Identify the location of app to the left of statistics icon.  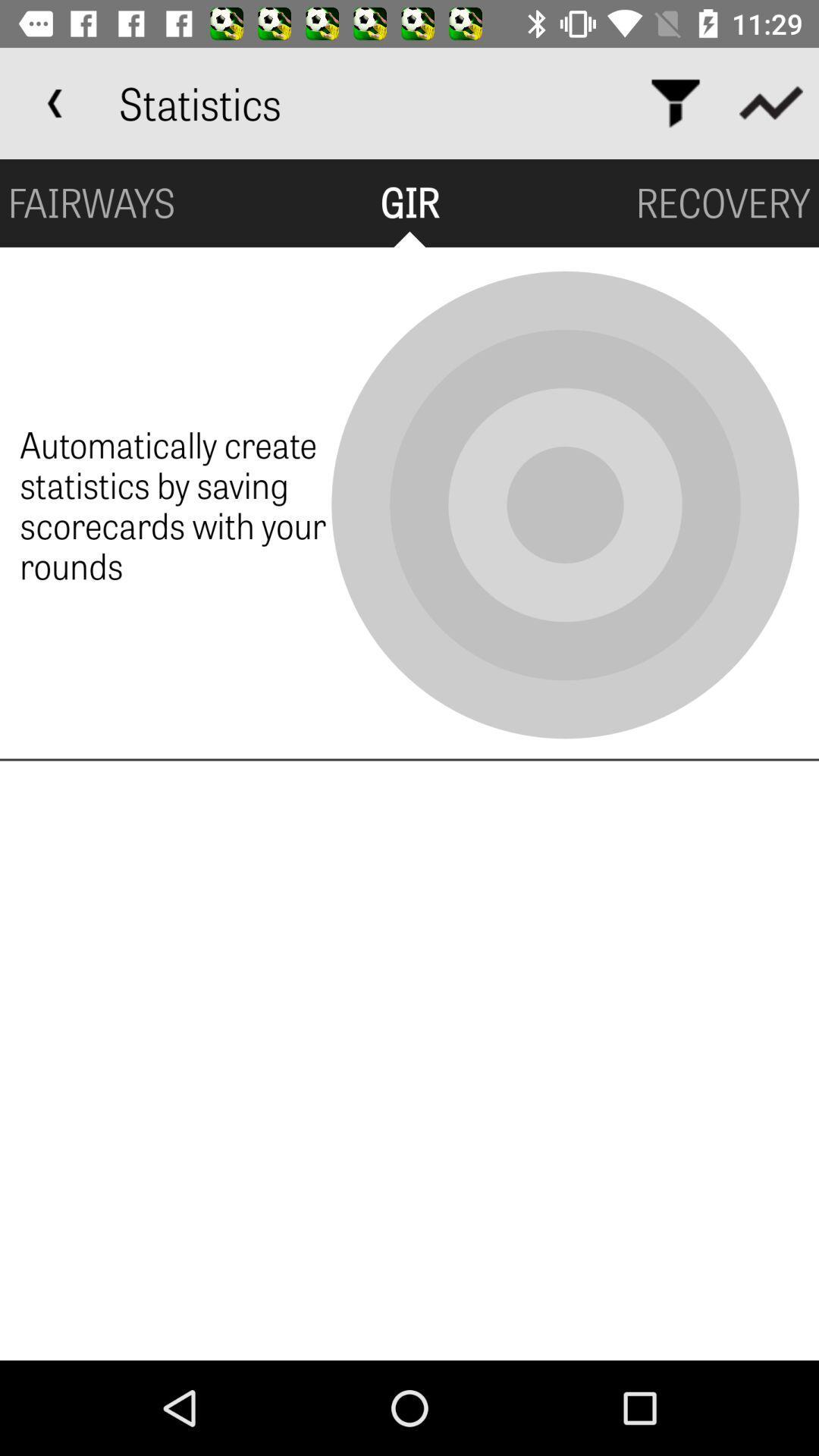
(55, 102).